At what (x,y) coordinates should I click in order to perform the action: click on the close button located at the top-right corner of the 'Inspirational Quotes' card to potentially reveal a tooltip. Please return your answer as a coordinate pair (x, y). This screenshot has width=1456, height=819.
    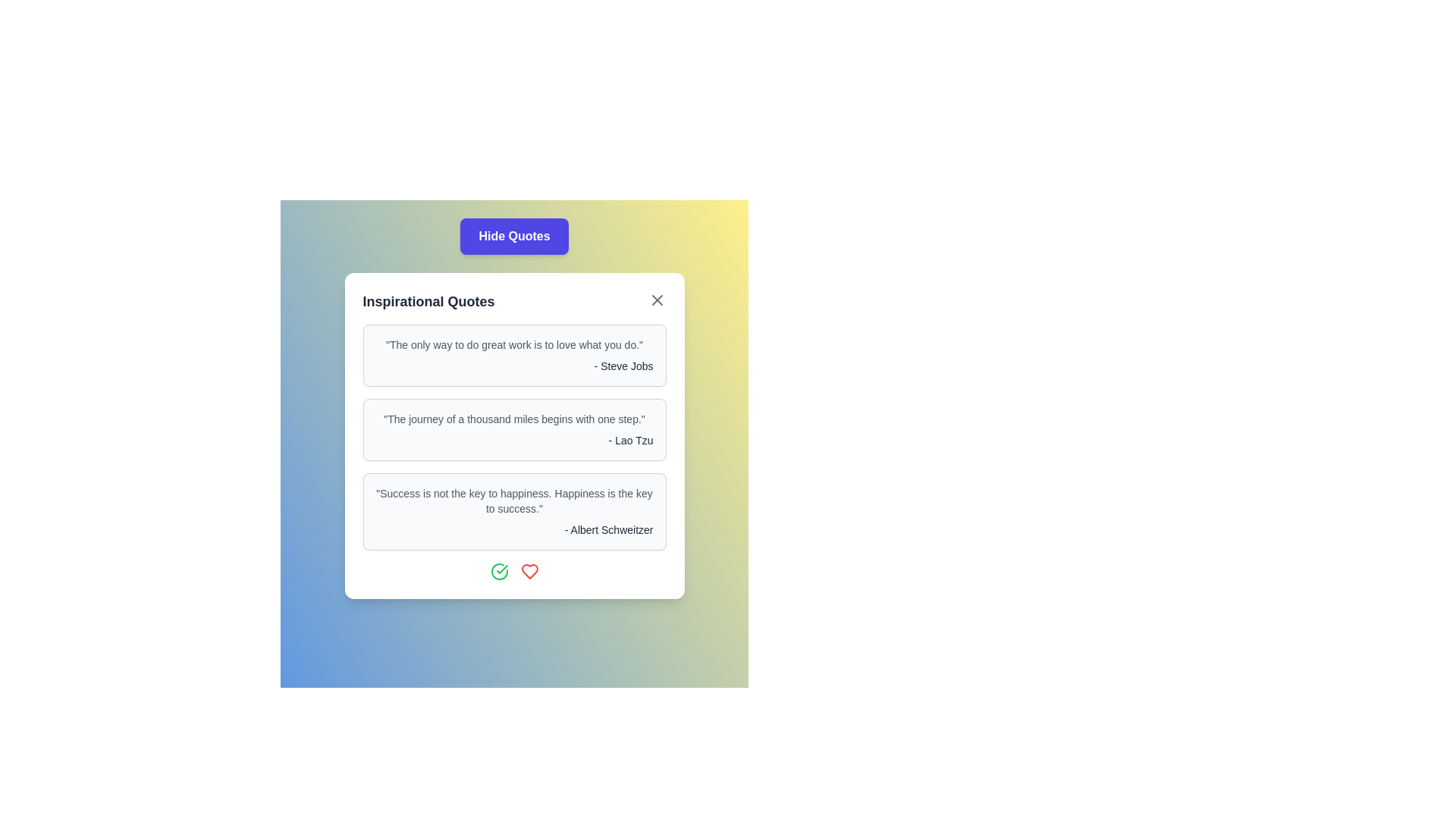
    Looking at the image, I should click on (657, 300).